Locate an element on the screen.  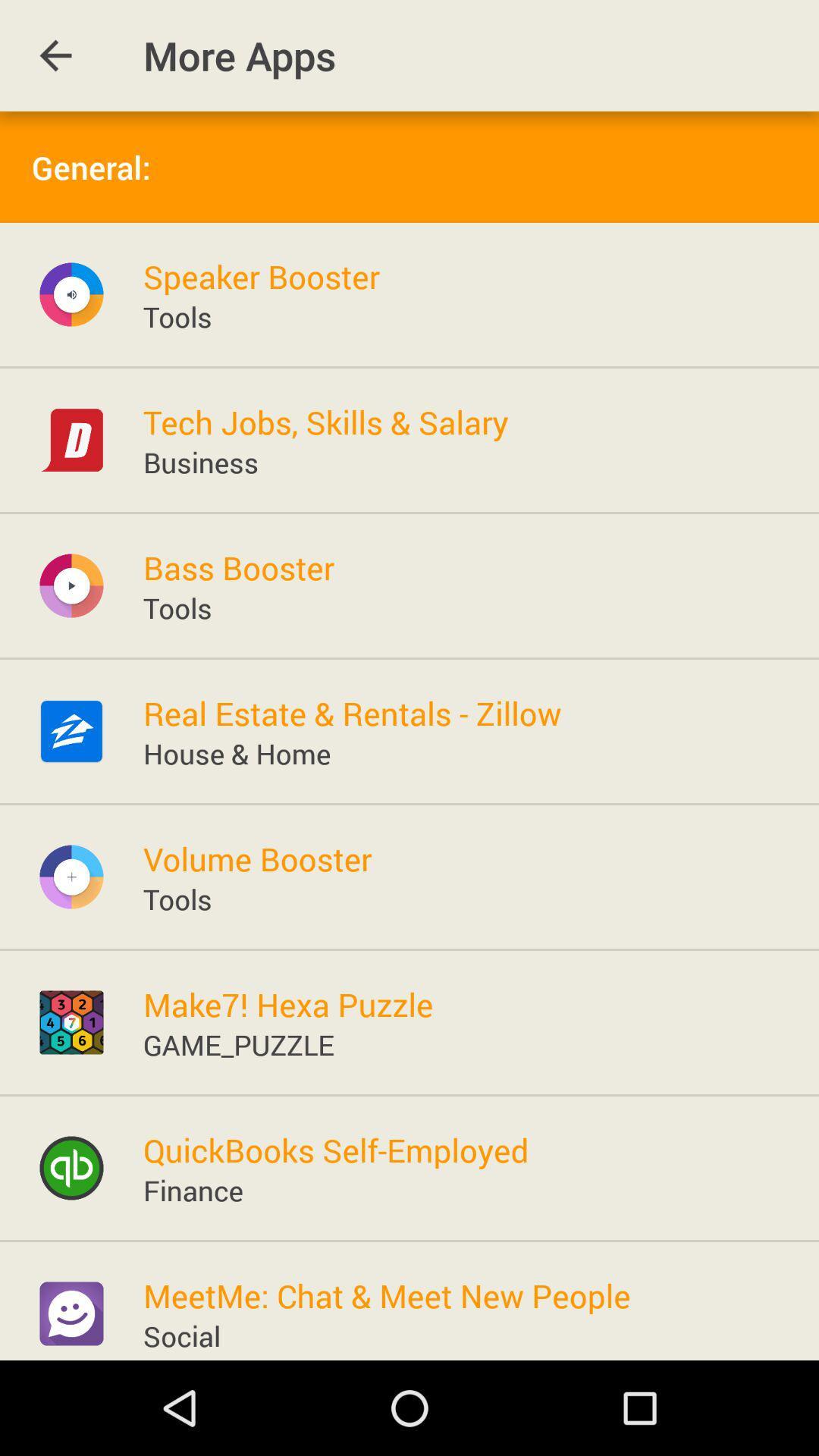
item next to more apps app is located at coordinates (55, 55).